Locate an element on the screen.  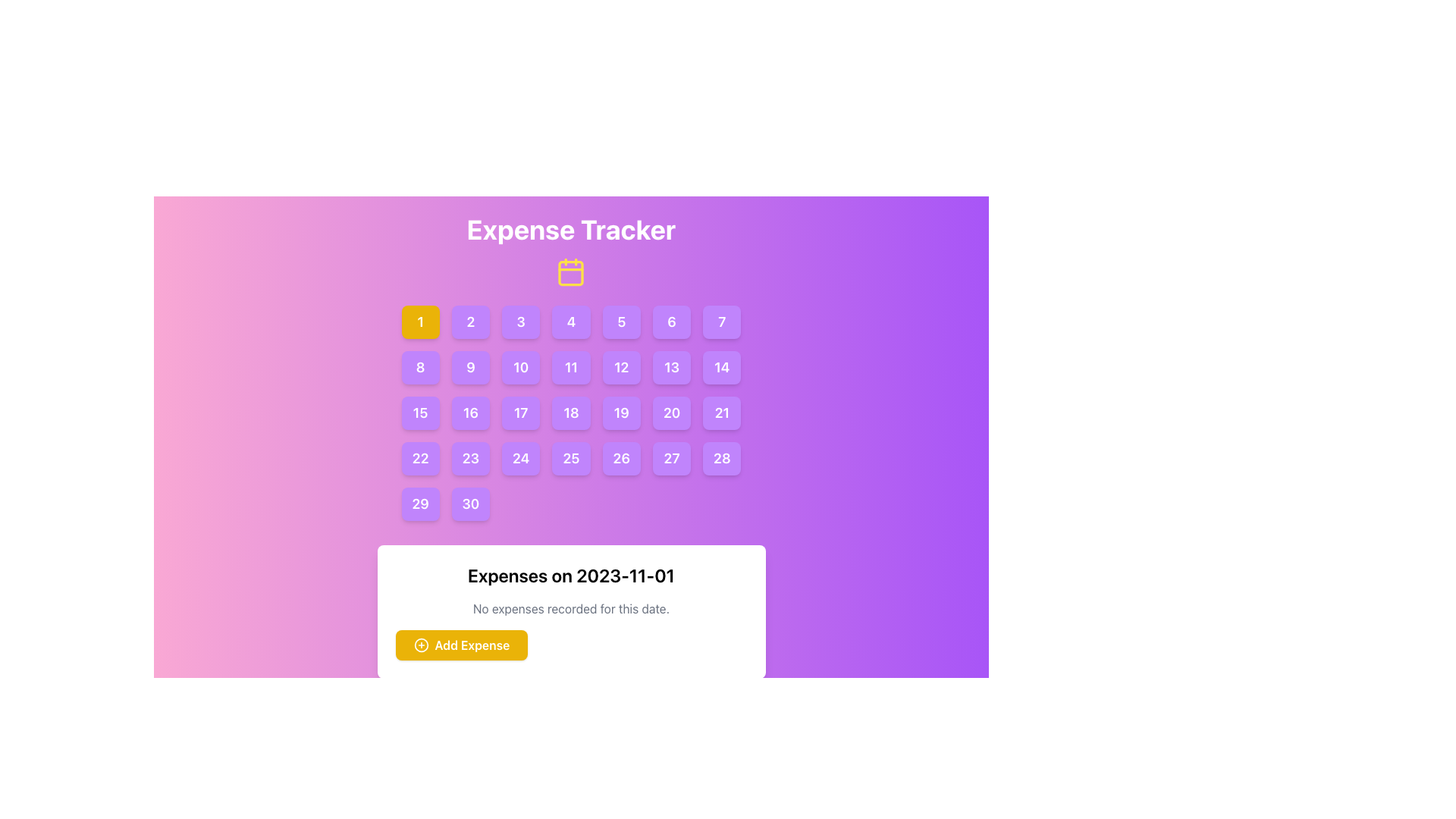
the 28th day button in the calendar grid interface to observe the hover styling effects is located at coordinates (721, 458).